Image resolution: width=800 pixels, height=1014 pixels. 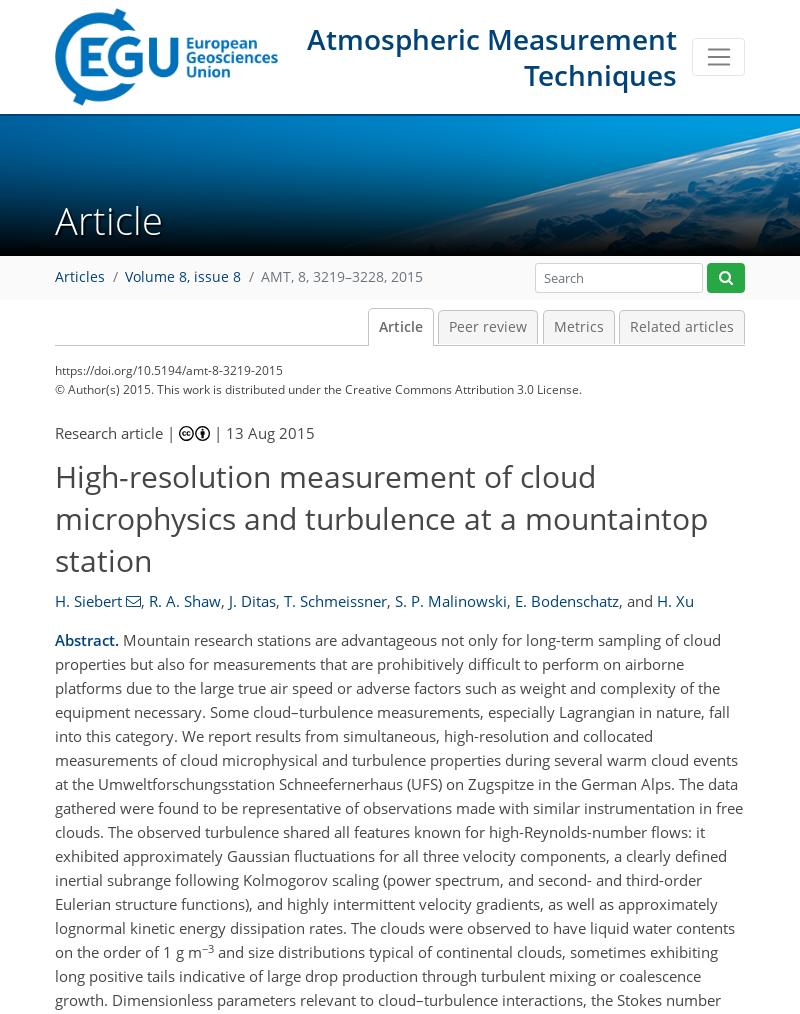 I want to click on 'H. Xu', so click(x=674, y=600).